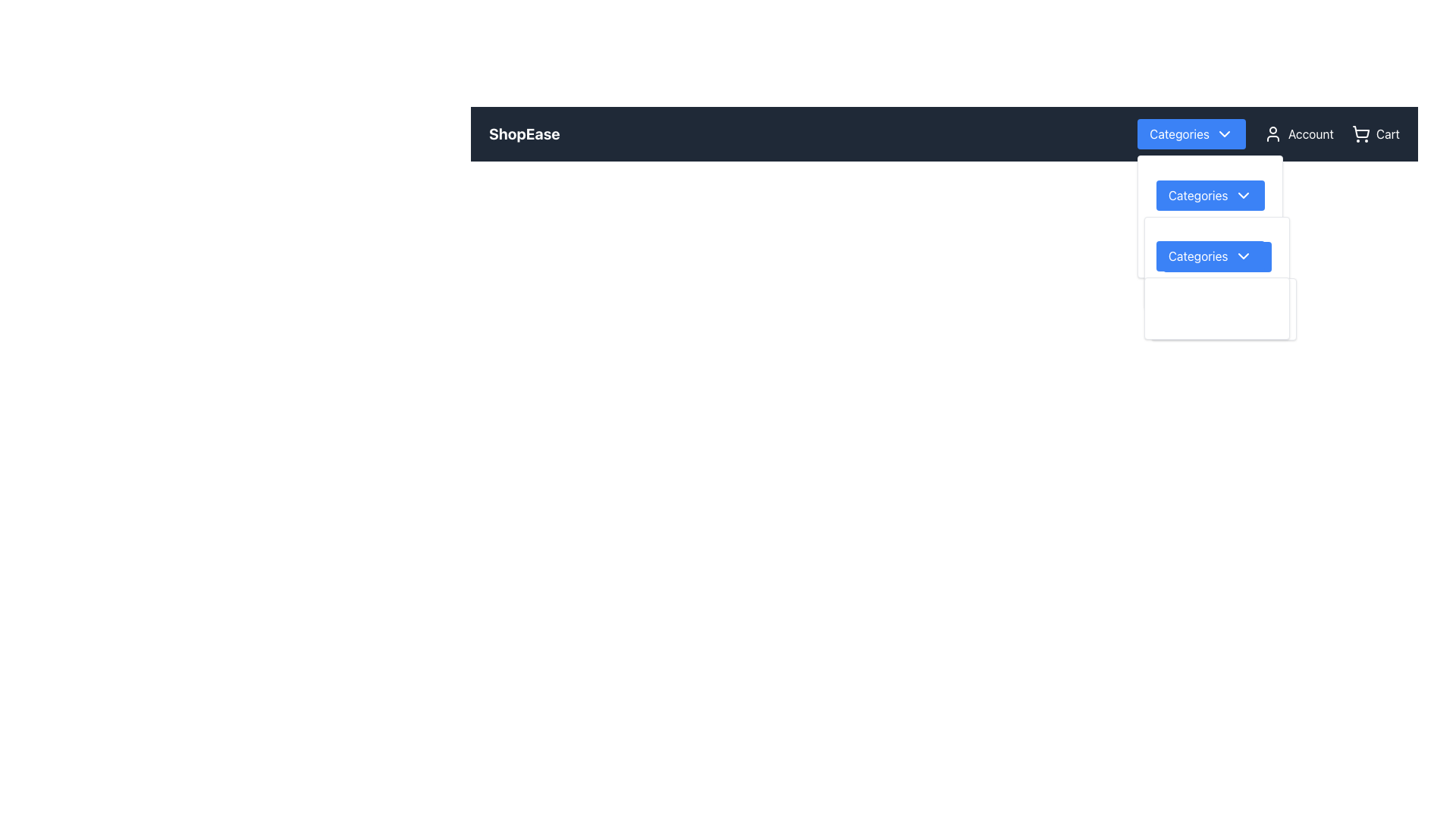 Image resolution: width=1456 pixels, height=819 pixels. Describe the element at coordinates (524, 133) in the screenshot. I see `the 'ShopEase' logo text at the left start of the header` at that location.